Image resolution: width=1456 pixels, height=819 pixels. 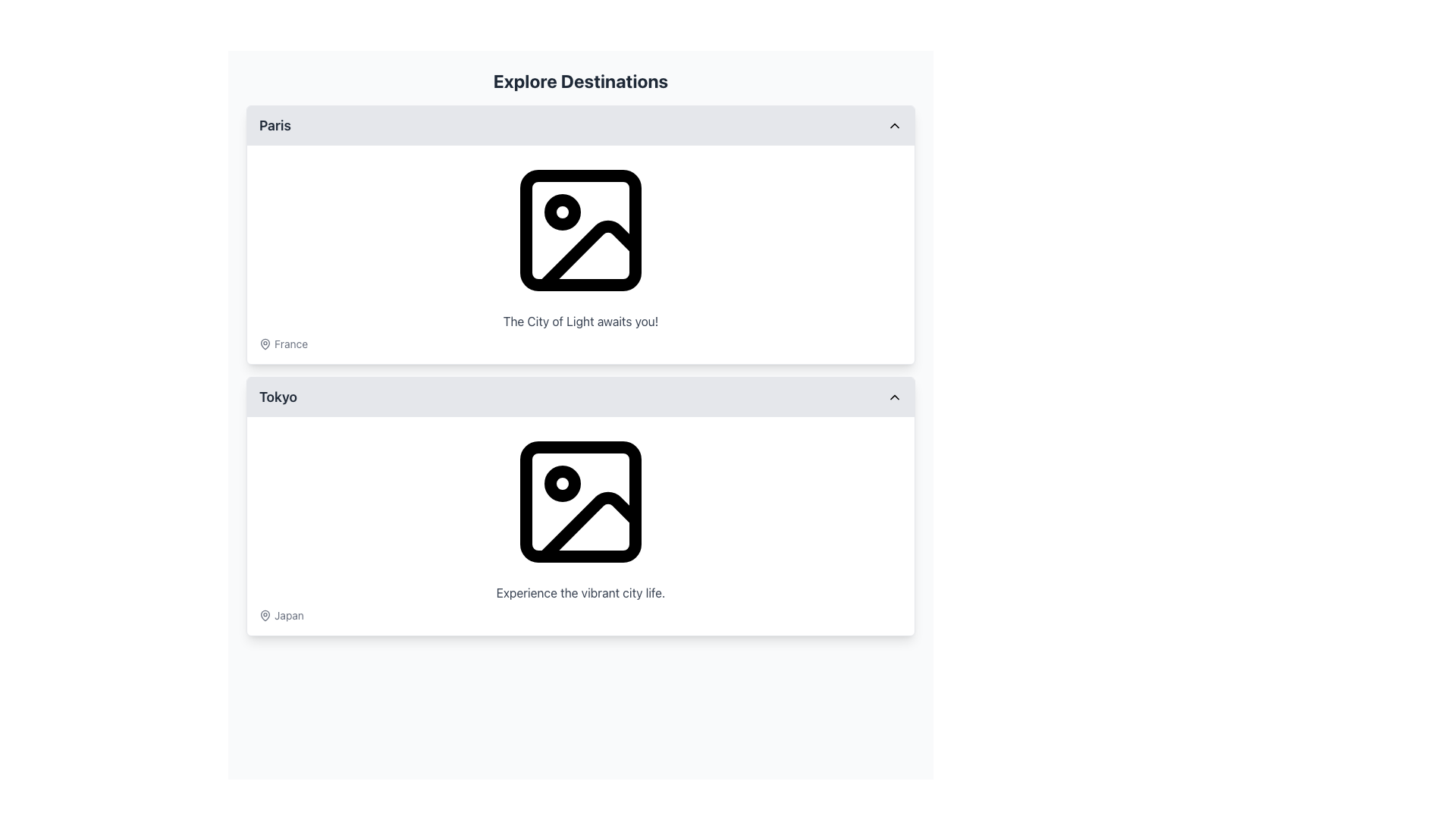 What do you see at coordinates (265, 344) in the screenshot?
I see `the pin-shaped icon located to the left of the text 'France' in the section under 'Paris'` at bounding box center [265, 344].